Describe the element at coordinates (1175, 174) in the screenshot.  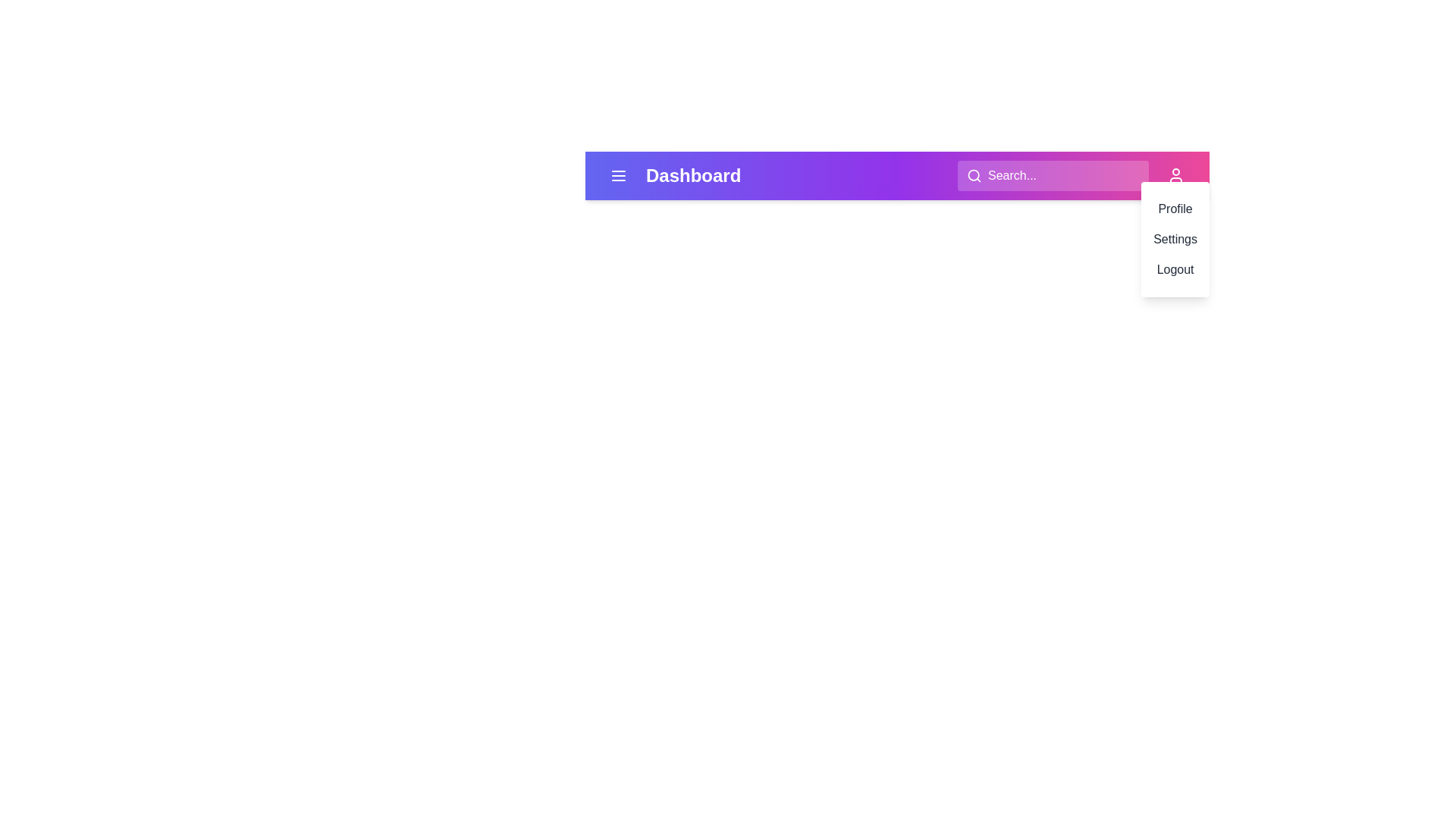
I see `the user menu button to open the menu` at that location.